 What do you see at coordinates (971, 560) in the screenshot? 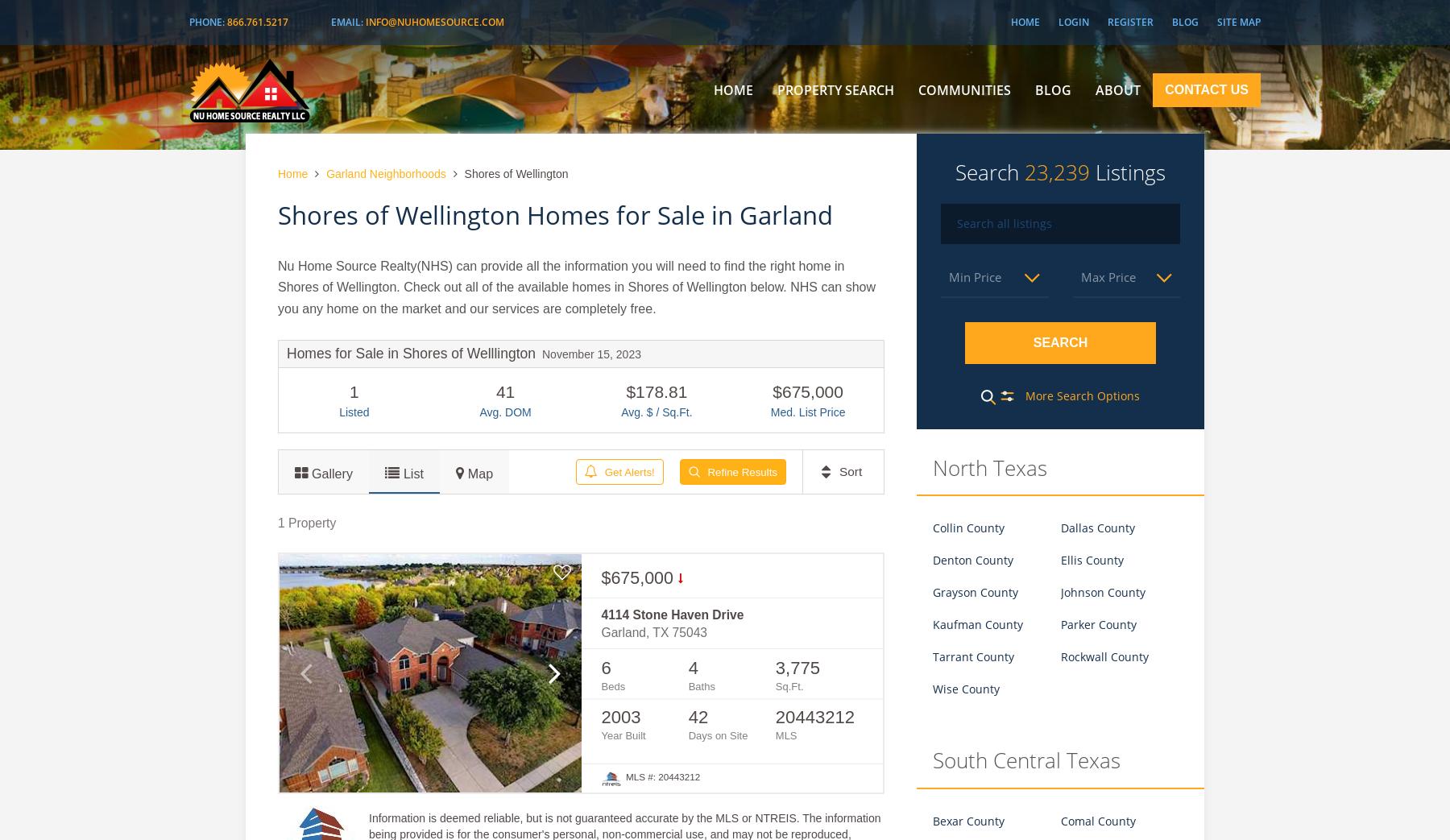
I see `'Denton County'` at bounding box center [971, 560].